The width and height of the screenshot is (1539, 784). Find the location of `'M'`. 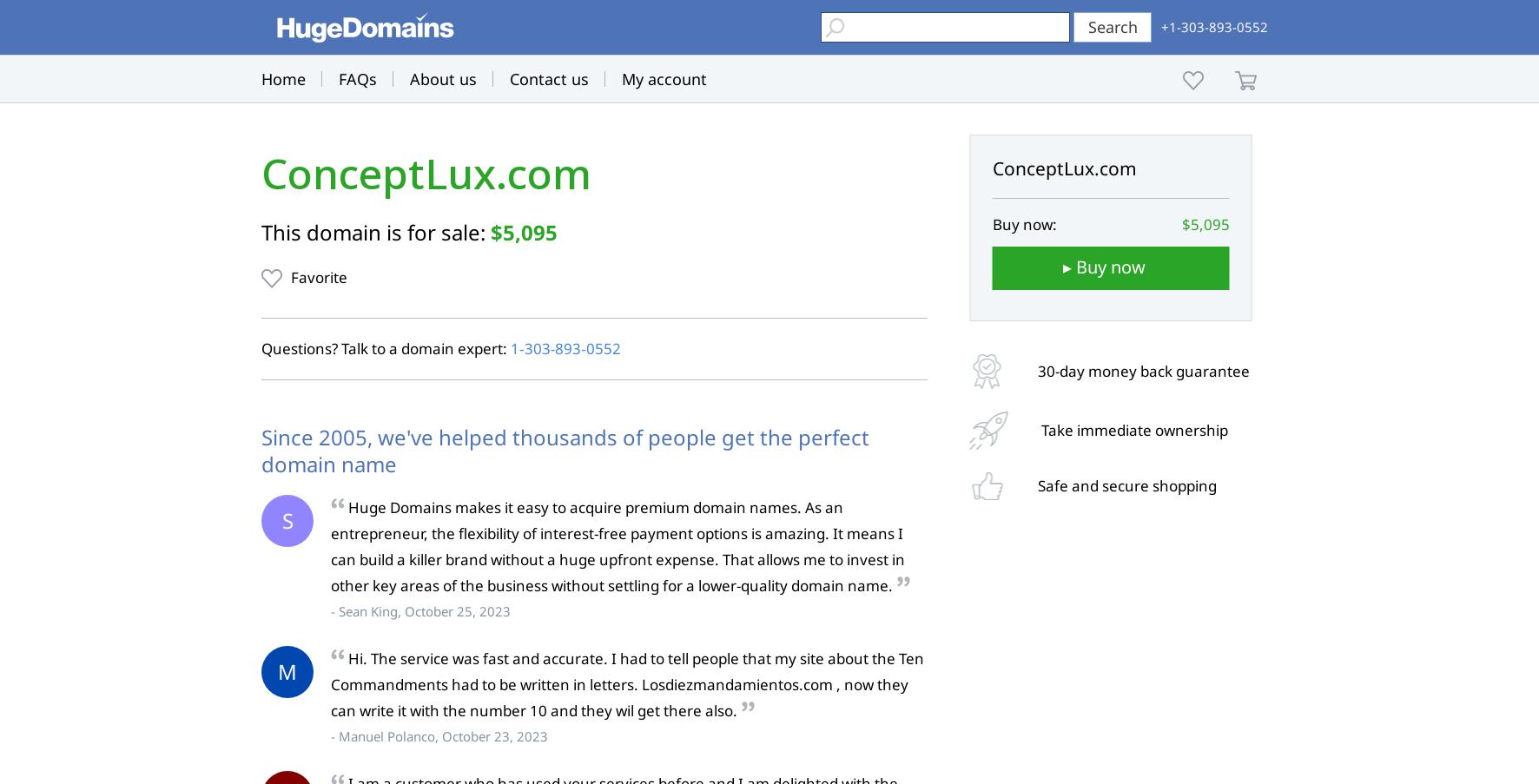

'M' is located at coordinates (287, 671).